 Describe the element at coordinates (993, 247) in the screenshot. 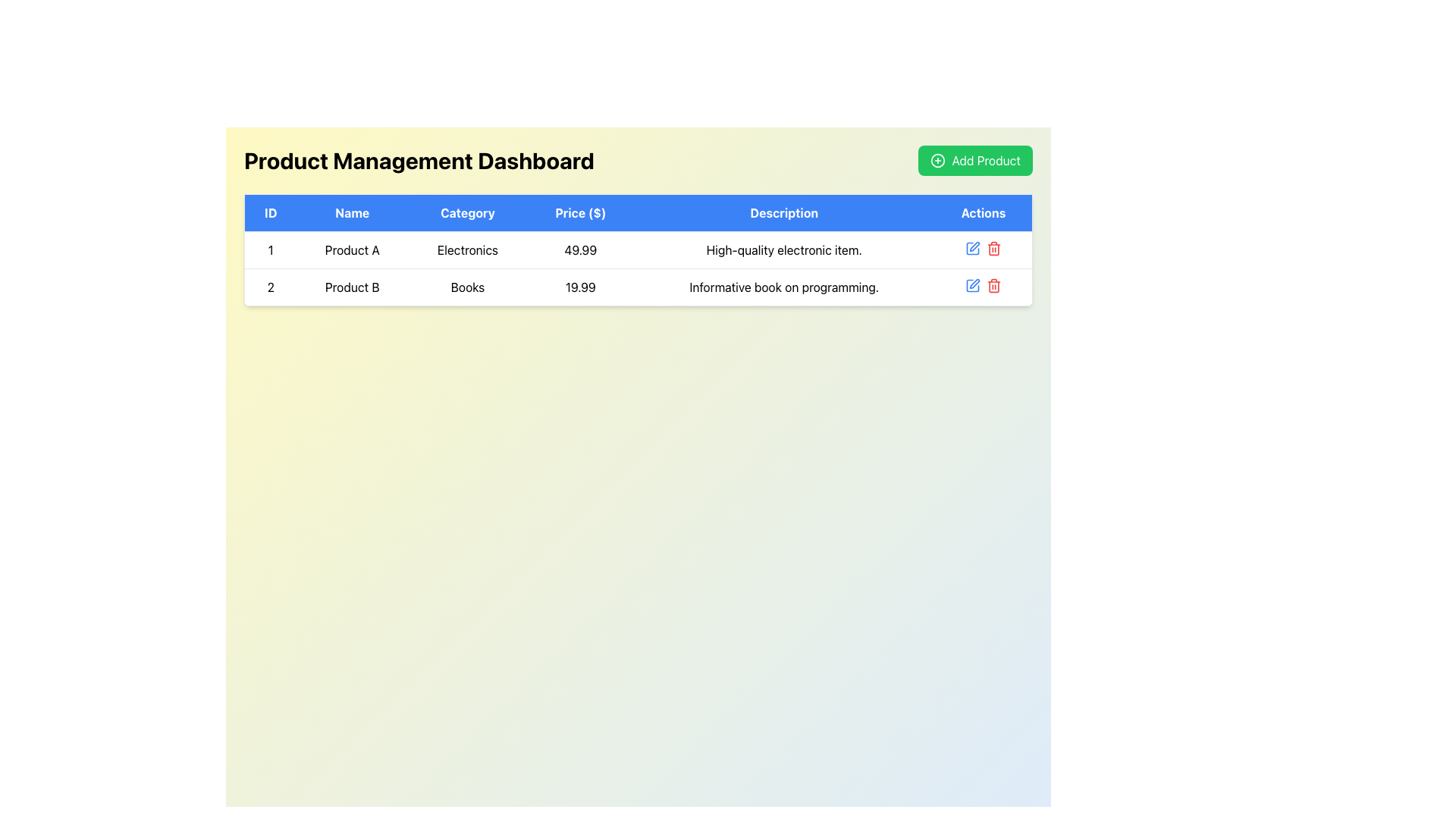

I see `the delete icon in the 'Actions' column for 'Product B'` at that location.